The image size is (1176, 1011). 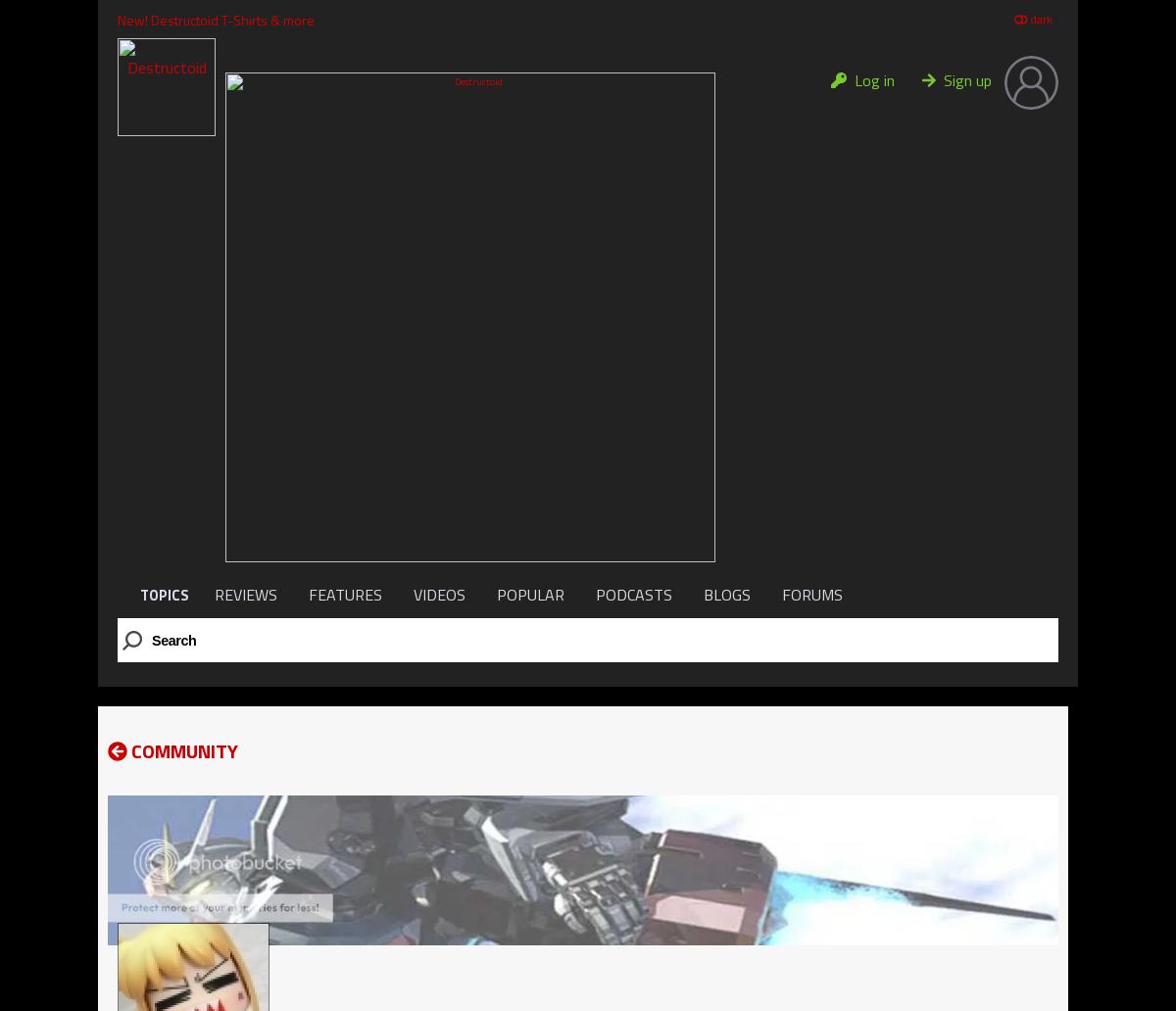 What do you see at coordinates (245, 595) in the screenshot?
I see `'REVIEWS'` at bounding box center [245, 595].